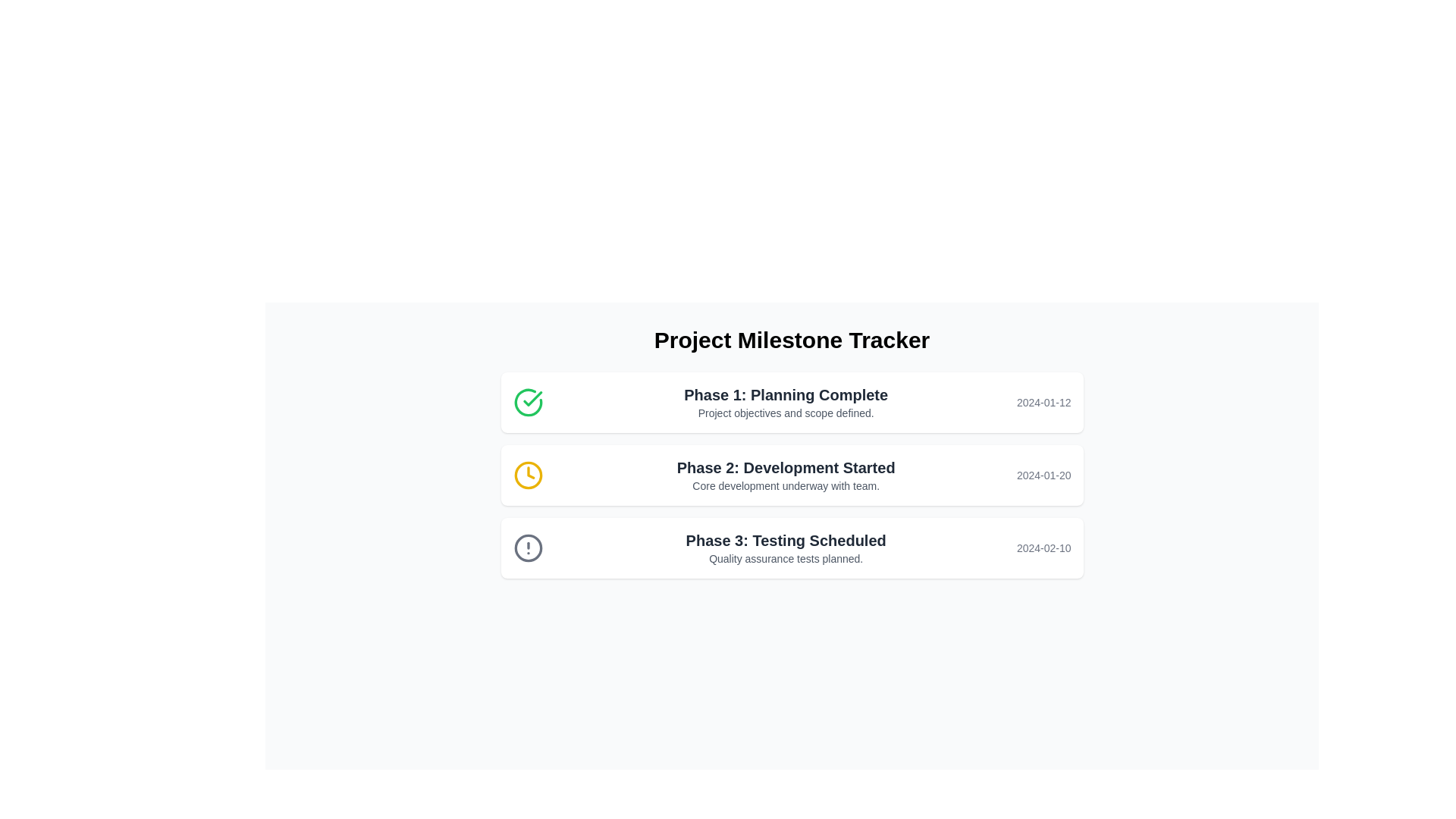  Describe the element at coordinates (532, 397) in the screenshot. I see `the green checkmark icon located to the left of the text 'Phase 1: Planning Complete' in the milestone list` at that location.